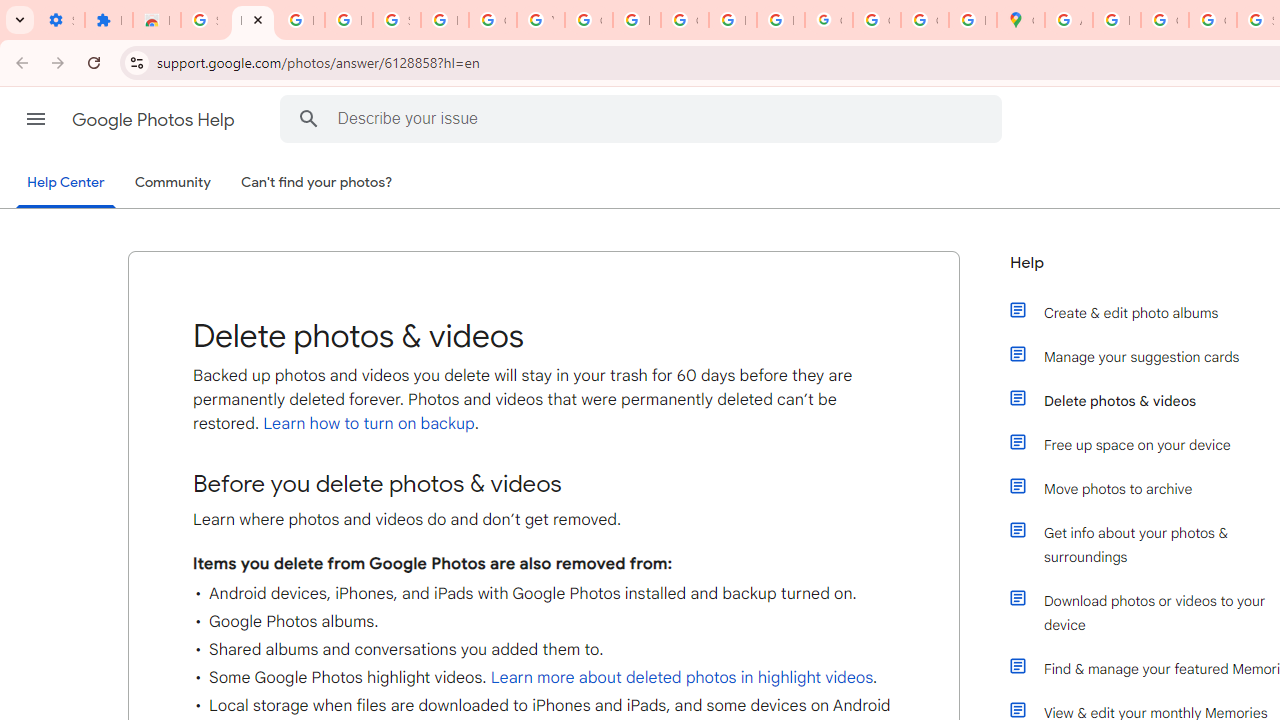  I want to click on 'Learn how to find your photos - Google Photos Help', so click(299, 20).